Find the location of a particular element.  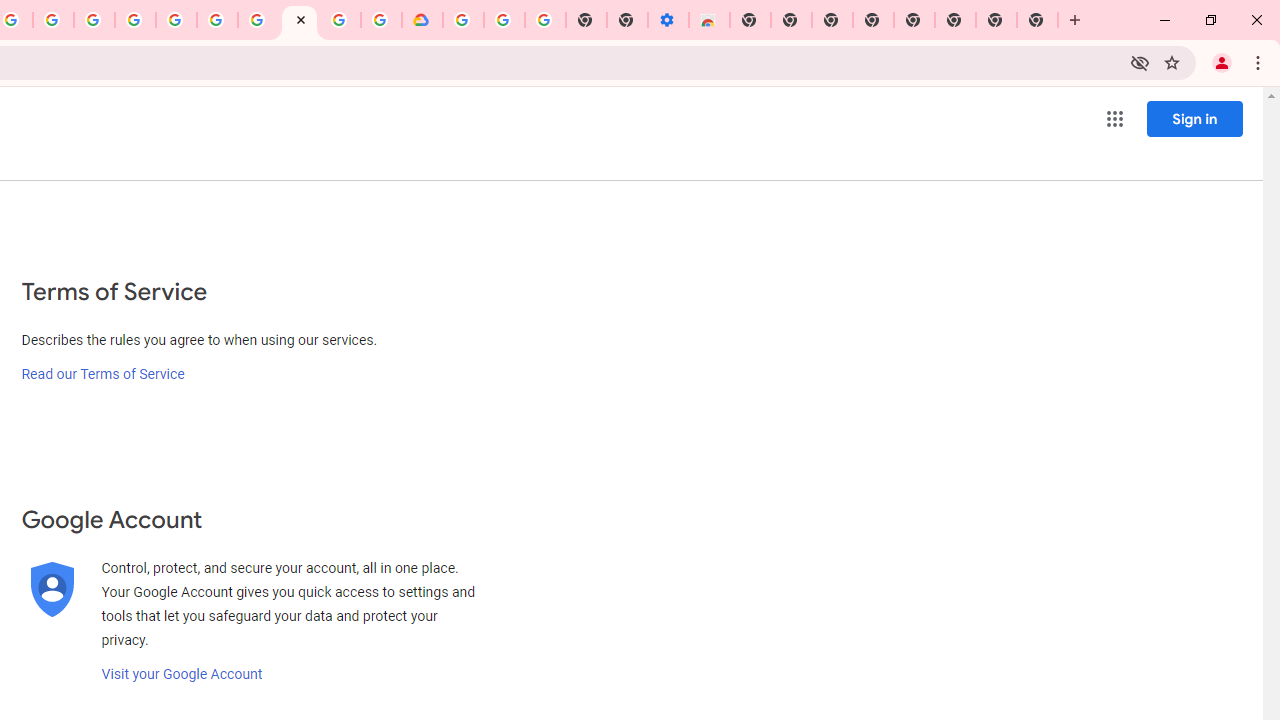

'Ad Settings' is located at coordinates (134, 20).